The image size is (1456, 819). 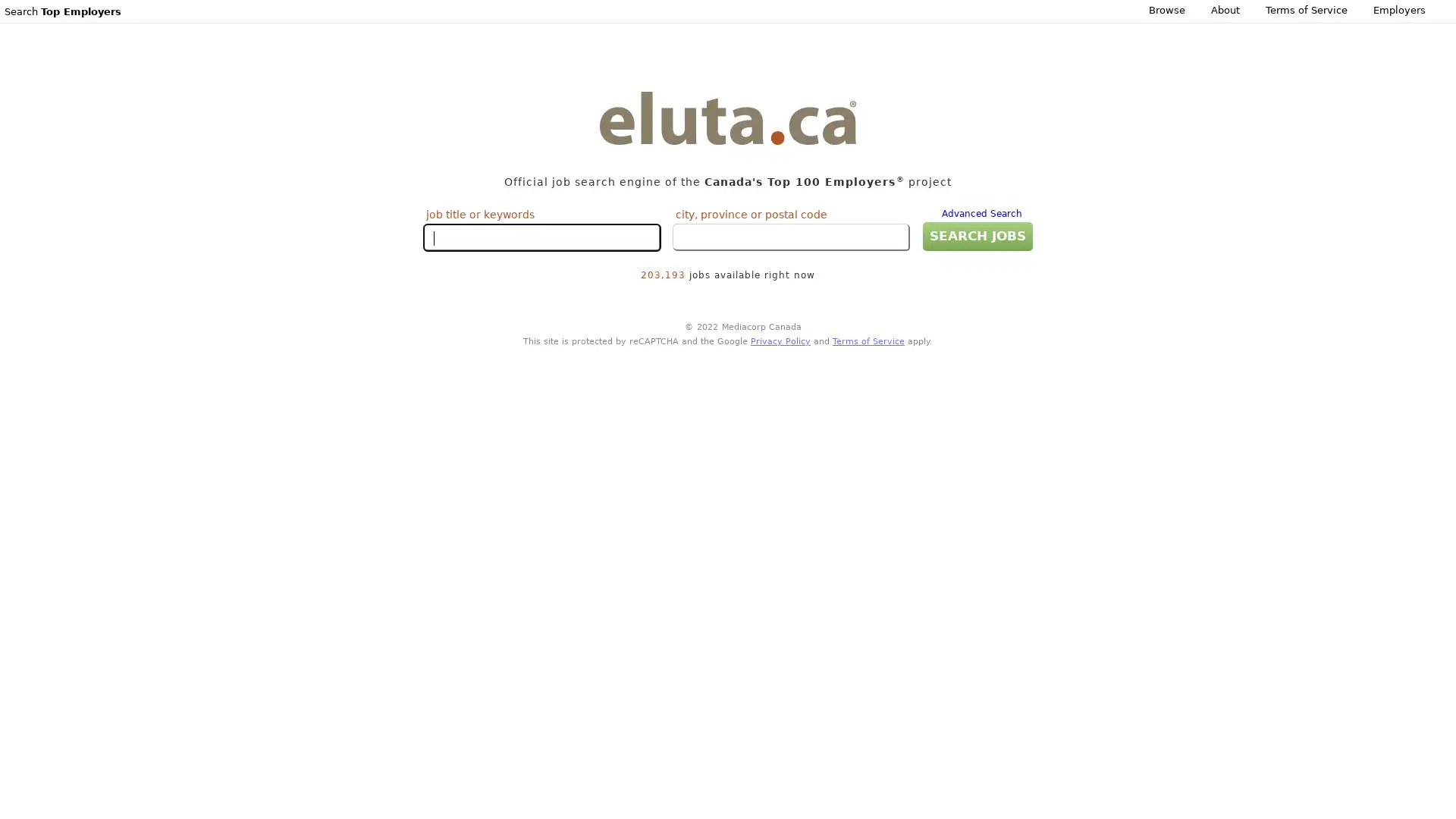 I want to click on SEARCH JOBS, so click(x=977, y=236).